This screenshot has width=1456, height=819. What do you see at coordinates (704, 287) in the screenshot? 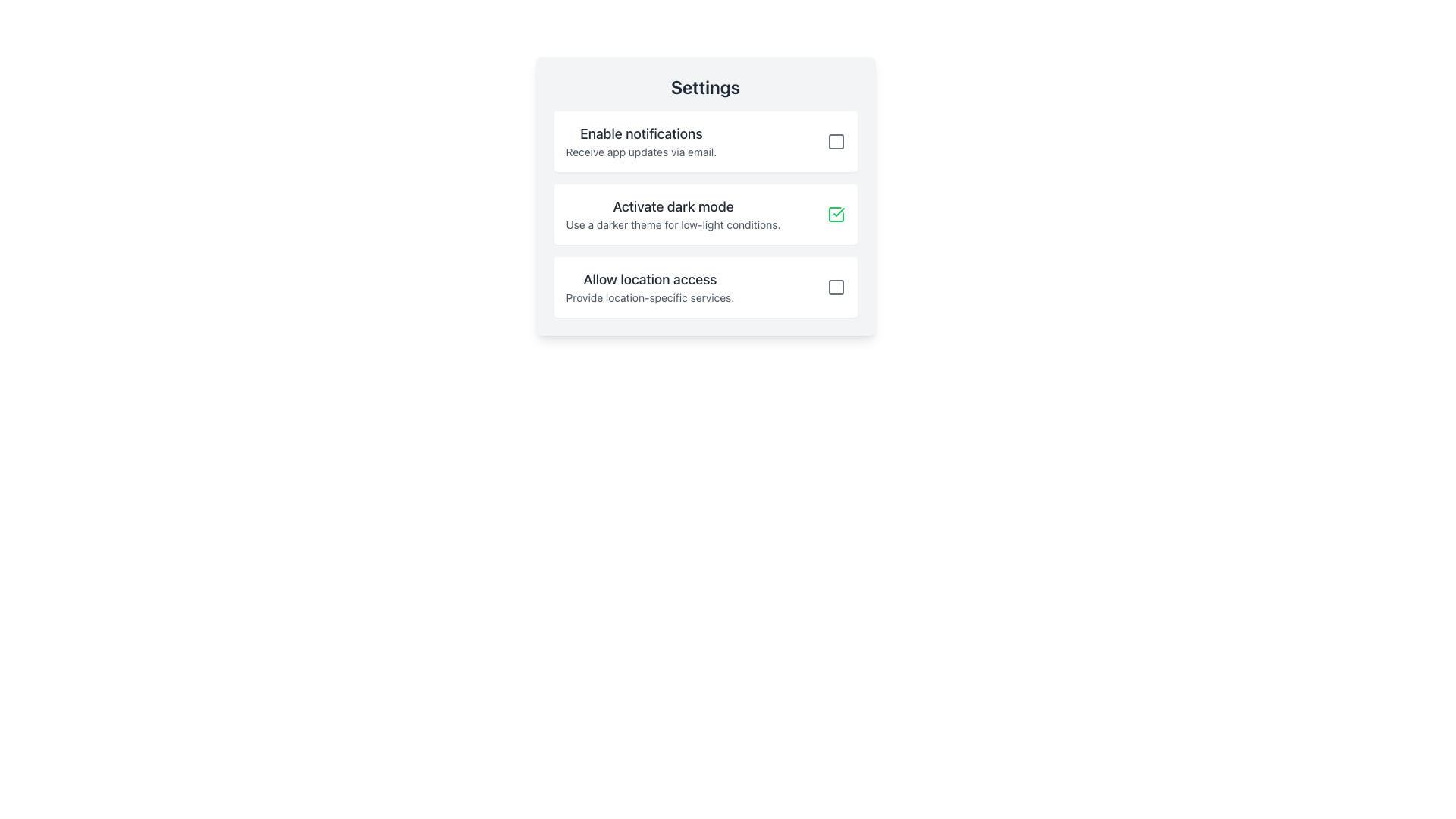
I see `the checkbox for the location-specific services setting option` at bounding box center [704, 287].